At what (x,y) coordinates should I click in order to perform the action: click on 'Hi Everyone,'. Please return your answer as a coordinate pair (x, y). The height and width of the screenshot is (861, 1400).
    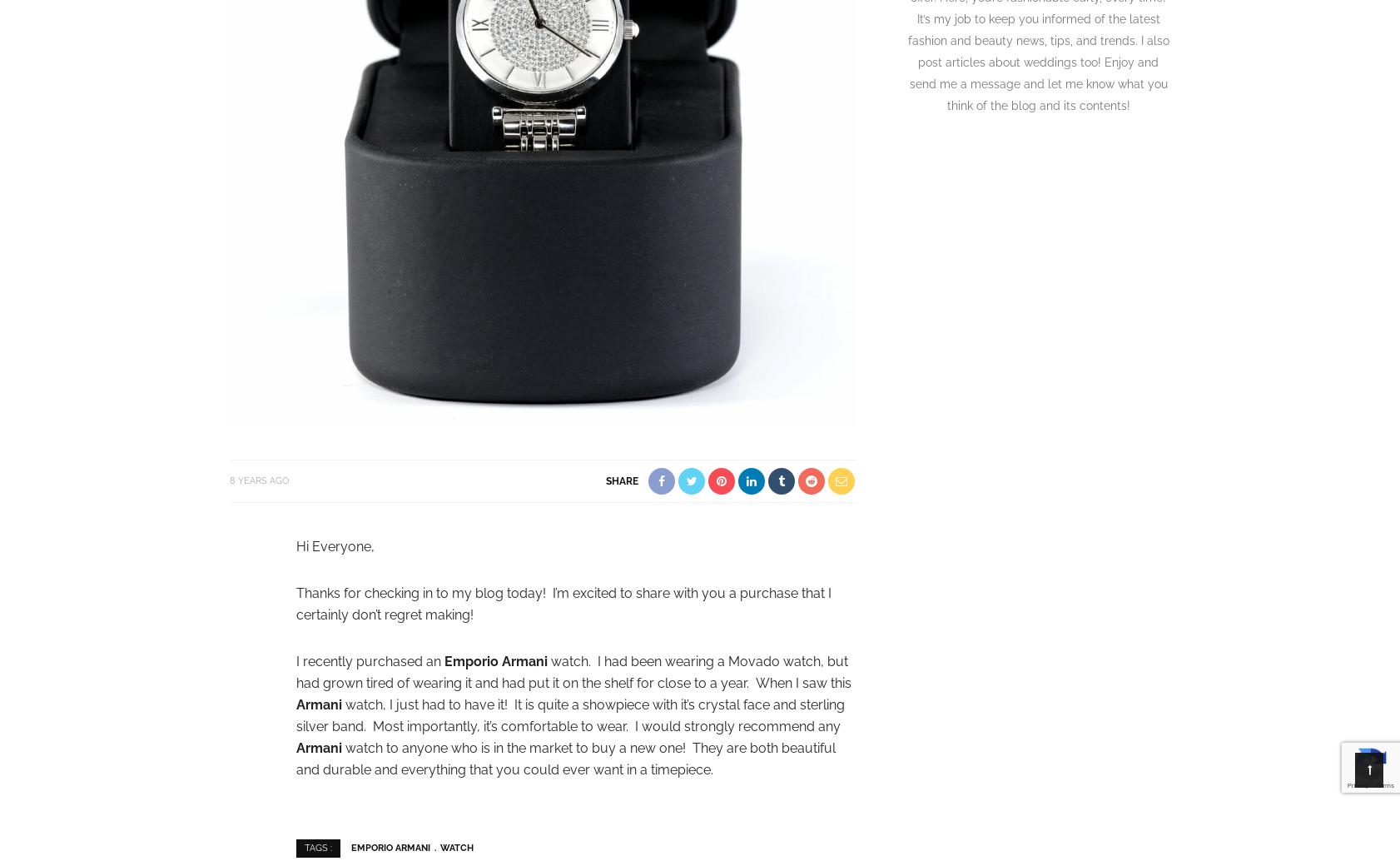
    Looking at the image, I should click on (335, 546).